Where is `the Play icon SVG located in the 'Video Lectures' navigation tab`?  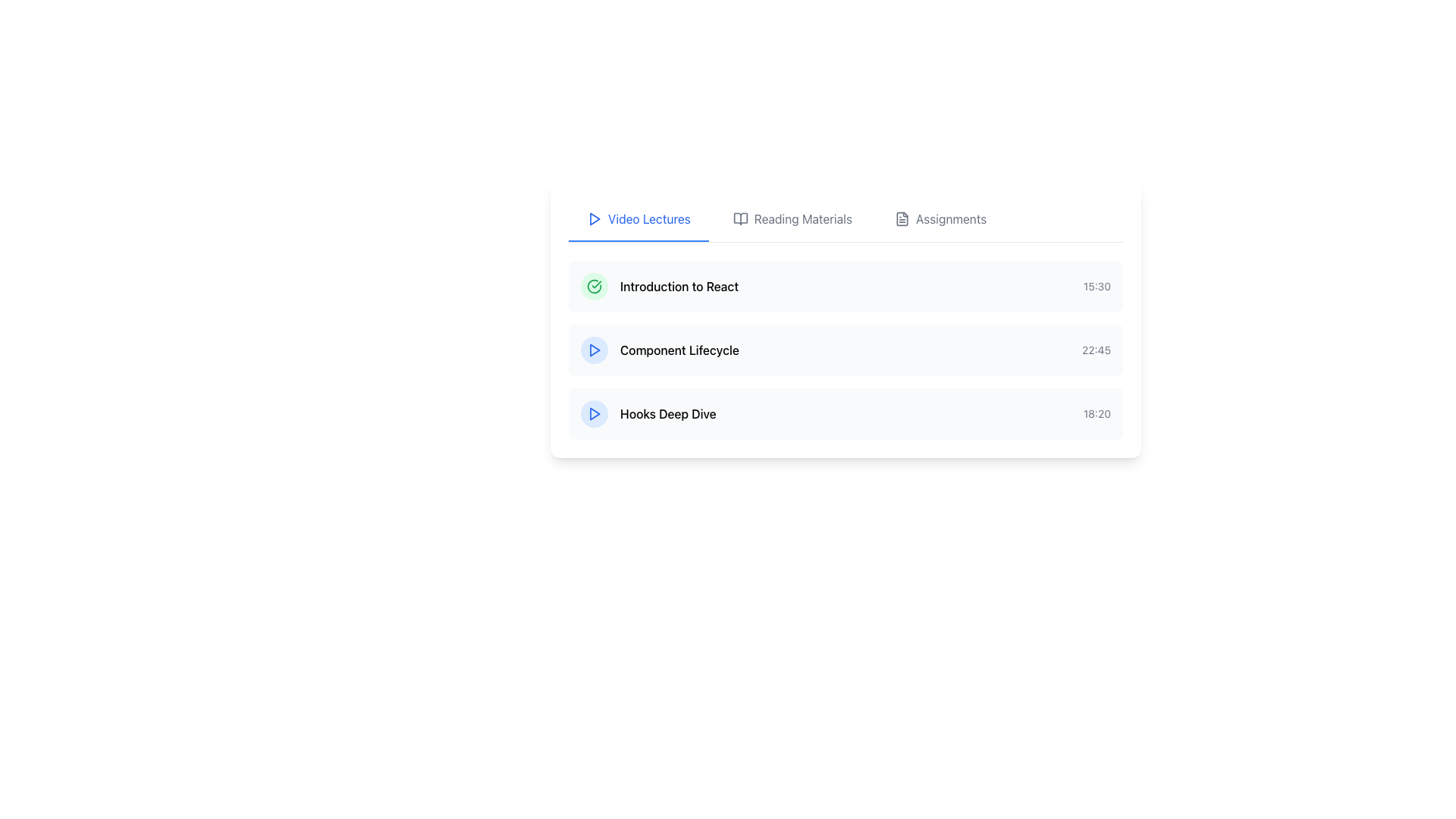
the Play icon SVG located in the 'Video Lectures' navigation tab is located at coordinates (593, 219).